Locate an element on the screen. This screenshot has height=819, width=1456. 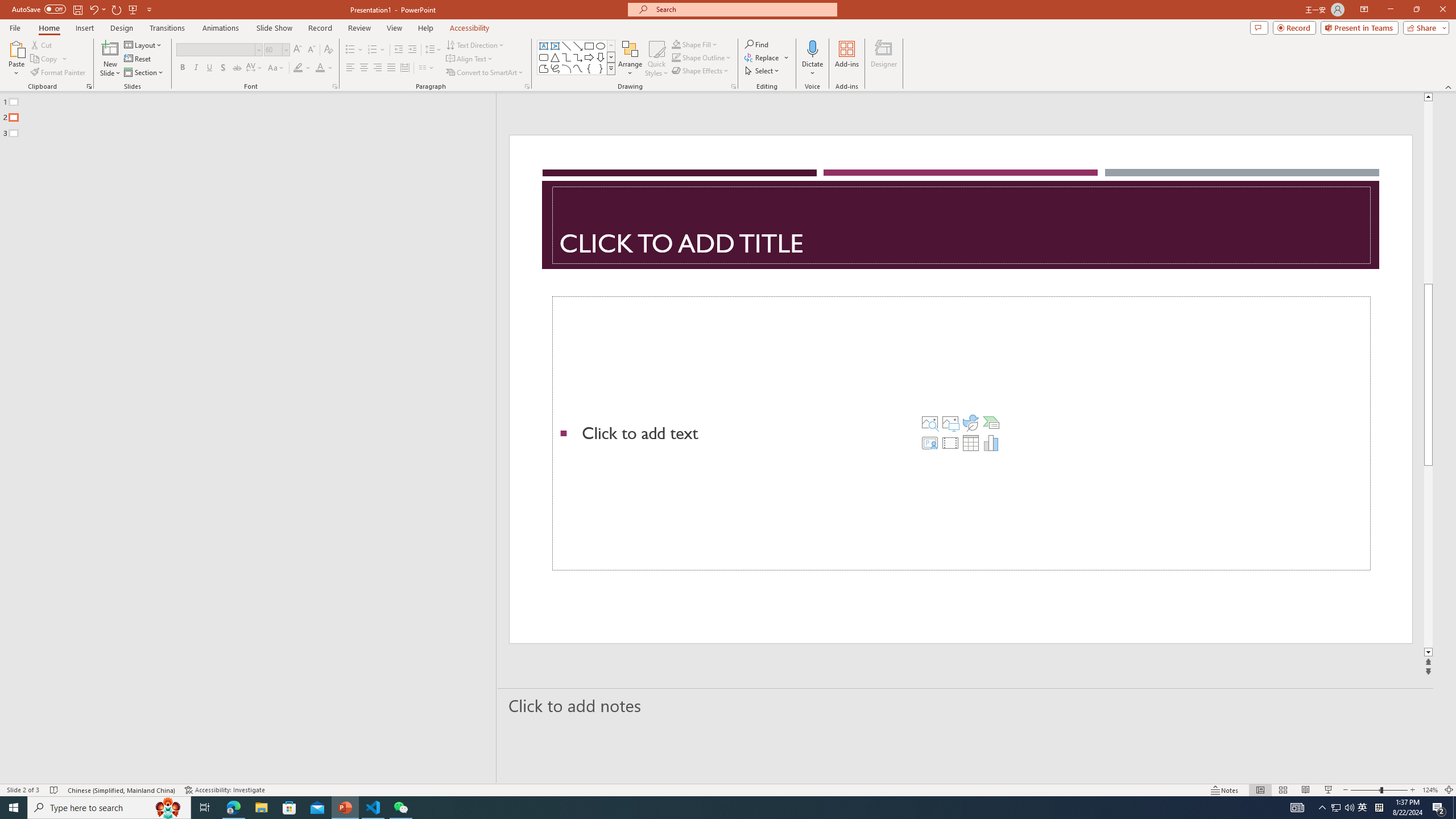
'Shape Outline Blue, Accent 1' is located at coordinates (676, 56).